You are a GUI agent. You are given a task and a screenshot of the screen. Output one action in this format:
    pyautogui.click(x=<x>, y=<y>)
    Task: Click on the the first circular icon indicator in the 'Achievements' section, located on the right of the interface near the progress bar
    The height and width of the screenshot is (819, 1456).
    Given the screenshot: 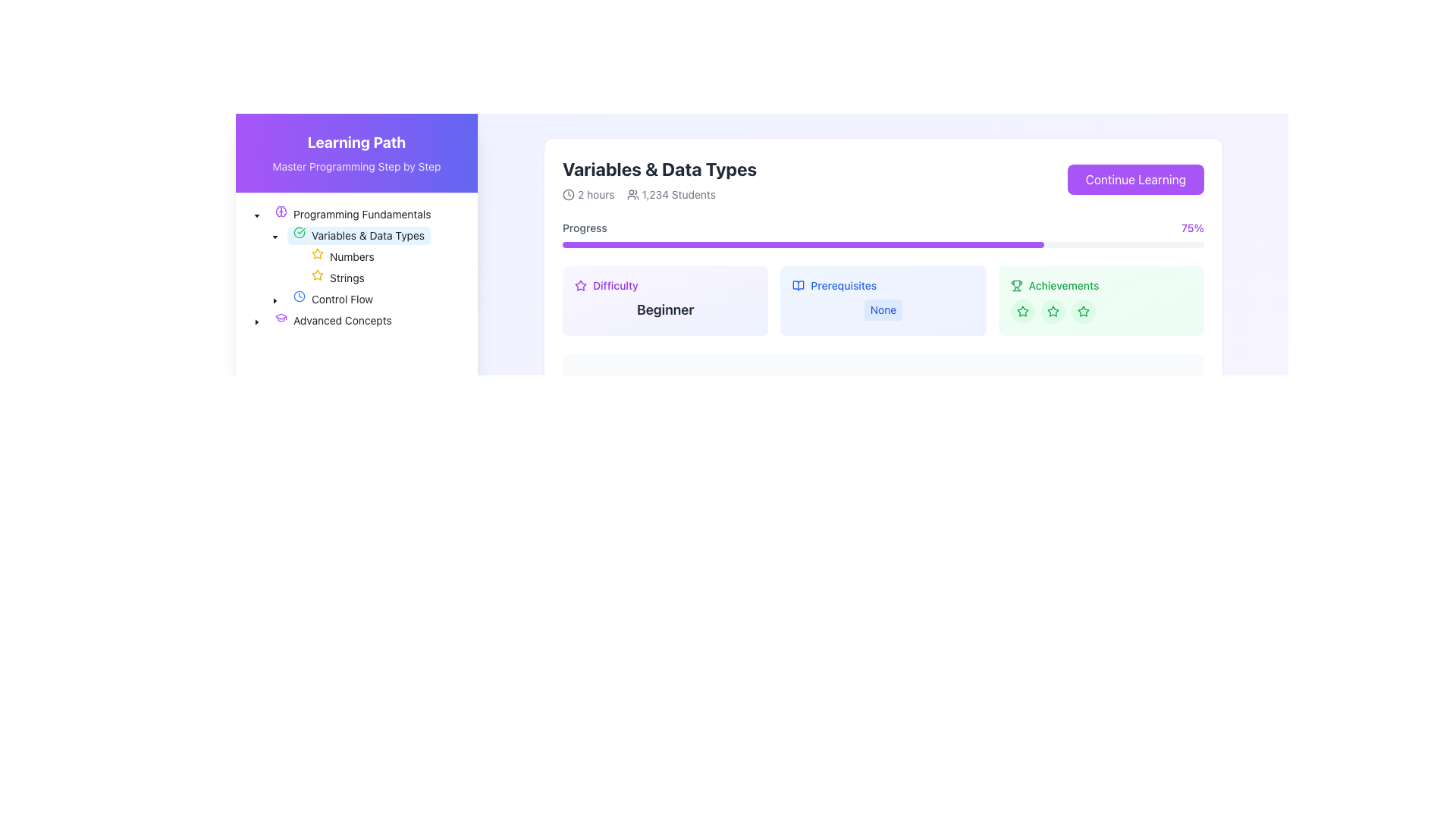 What is the action you would take?
    pyautogui.click(x=1022, y=311)
    